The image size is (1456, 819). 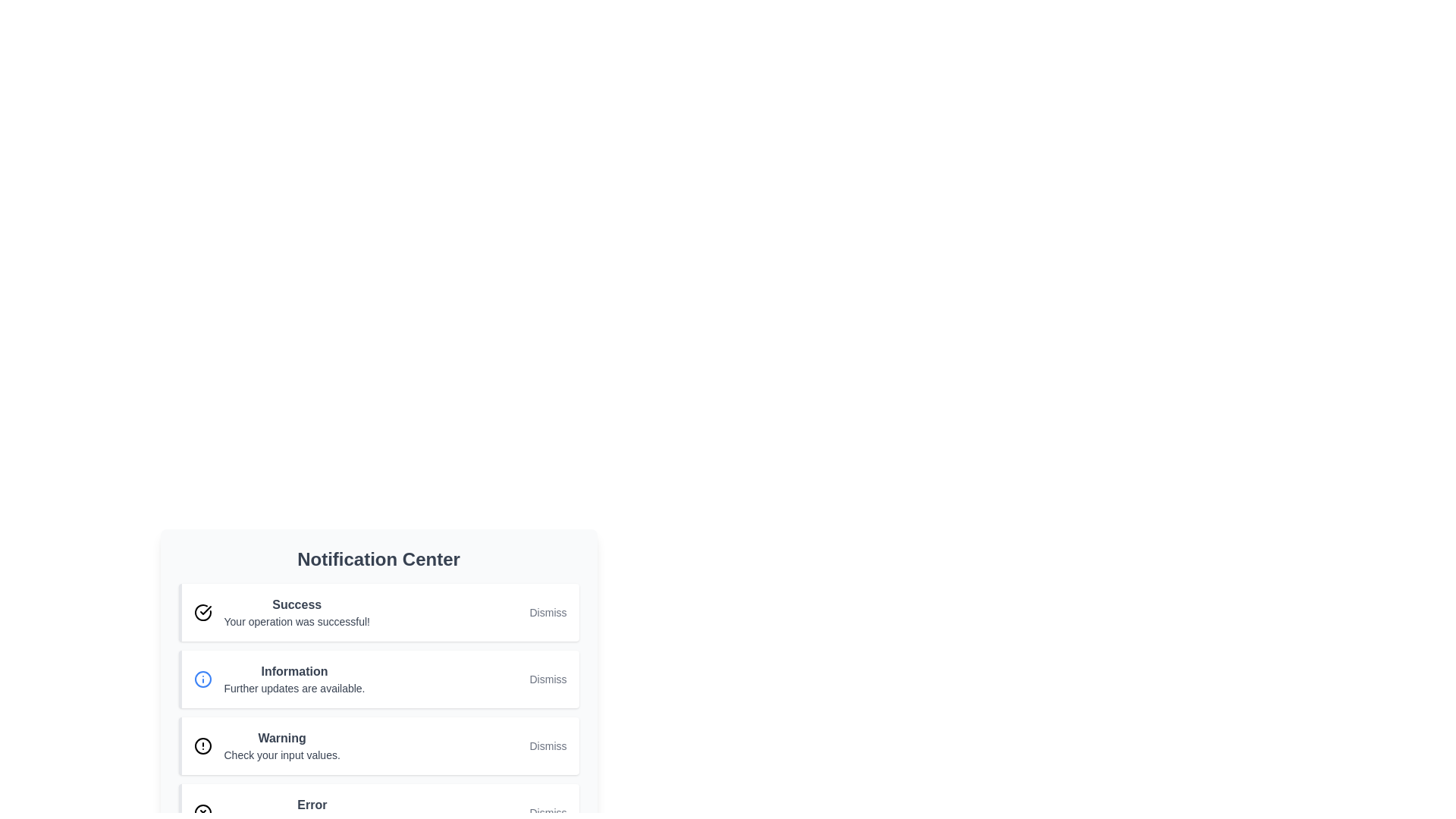 I want to click on the 'Notification Center' header text label, which is a large, bold, gray-colored text element centrally aligned at the top of the notifications section, so click(x=378, y=559).